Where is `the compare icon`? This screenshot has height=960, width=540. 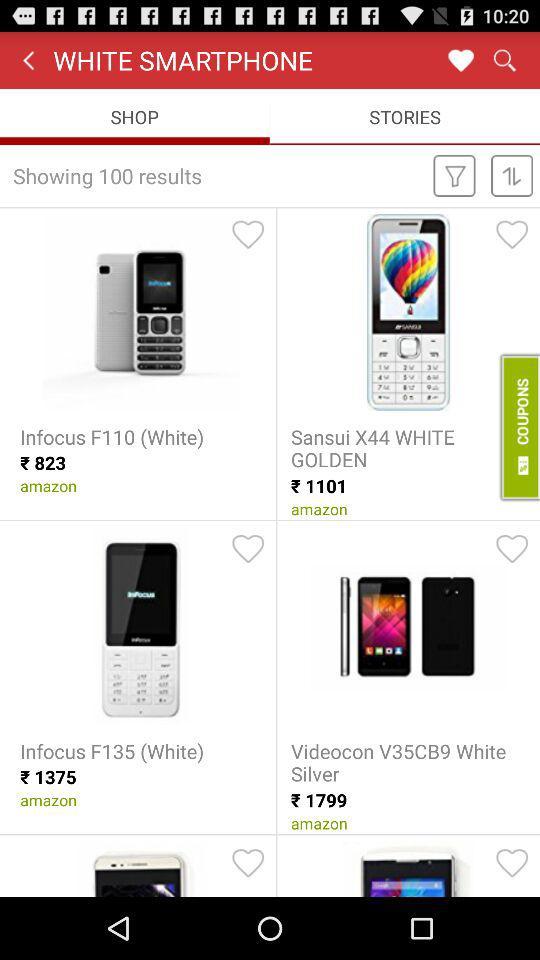
the compare icon is located at coordinates (512, 188).